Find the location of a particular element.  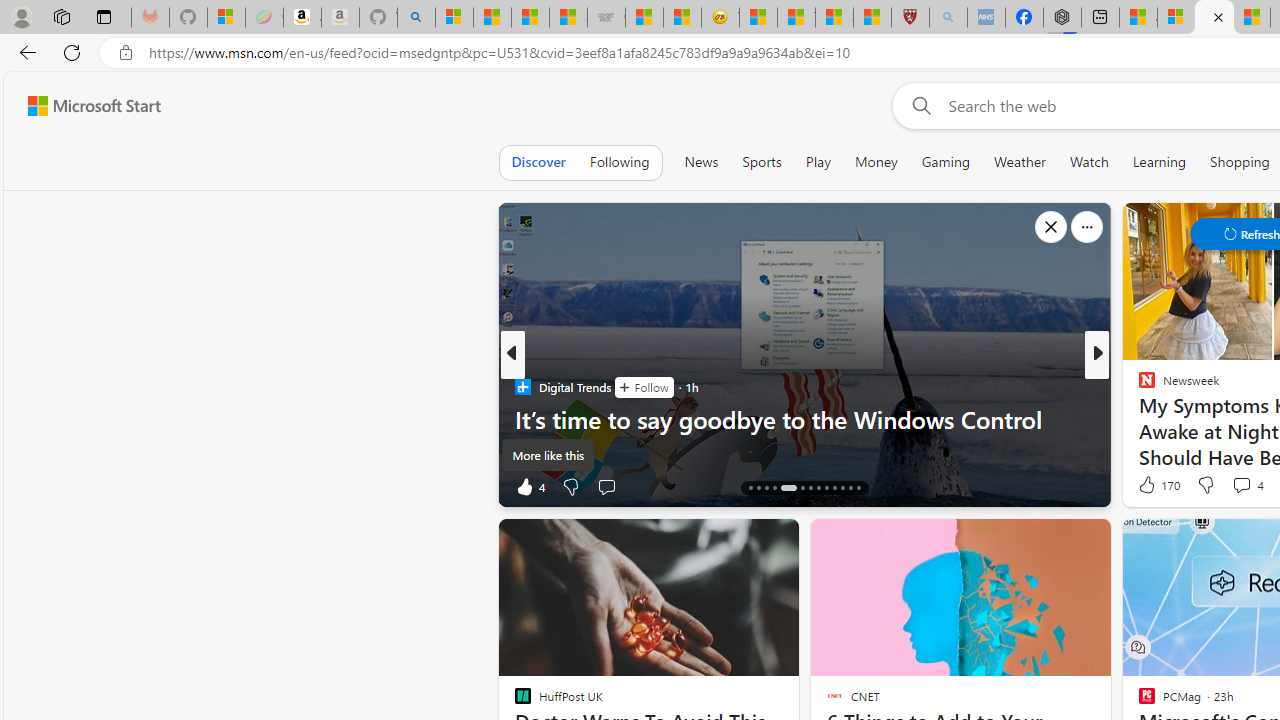

'TODAY' is located at coordinates (1138, 387).